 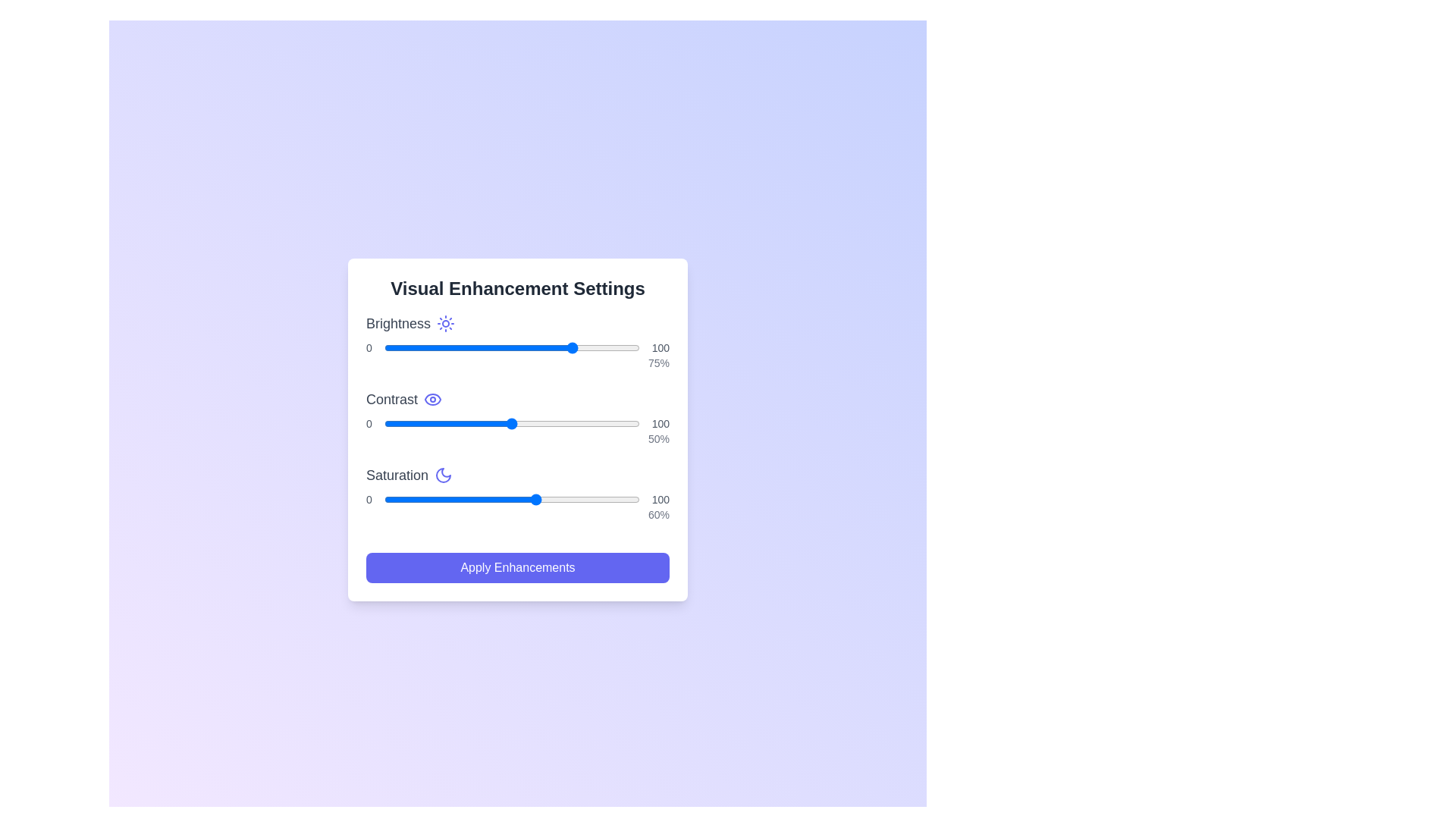 What do you see at coordinates (450, 424) in the screenshot?
I see `the contrast slider to set the contrast to 26%` at bounding box center [450, 424].